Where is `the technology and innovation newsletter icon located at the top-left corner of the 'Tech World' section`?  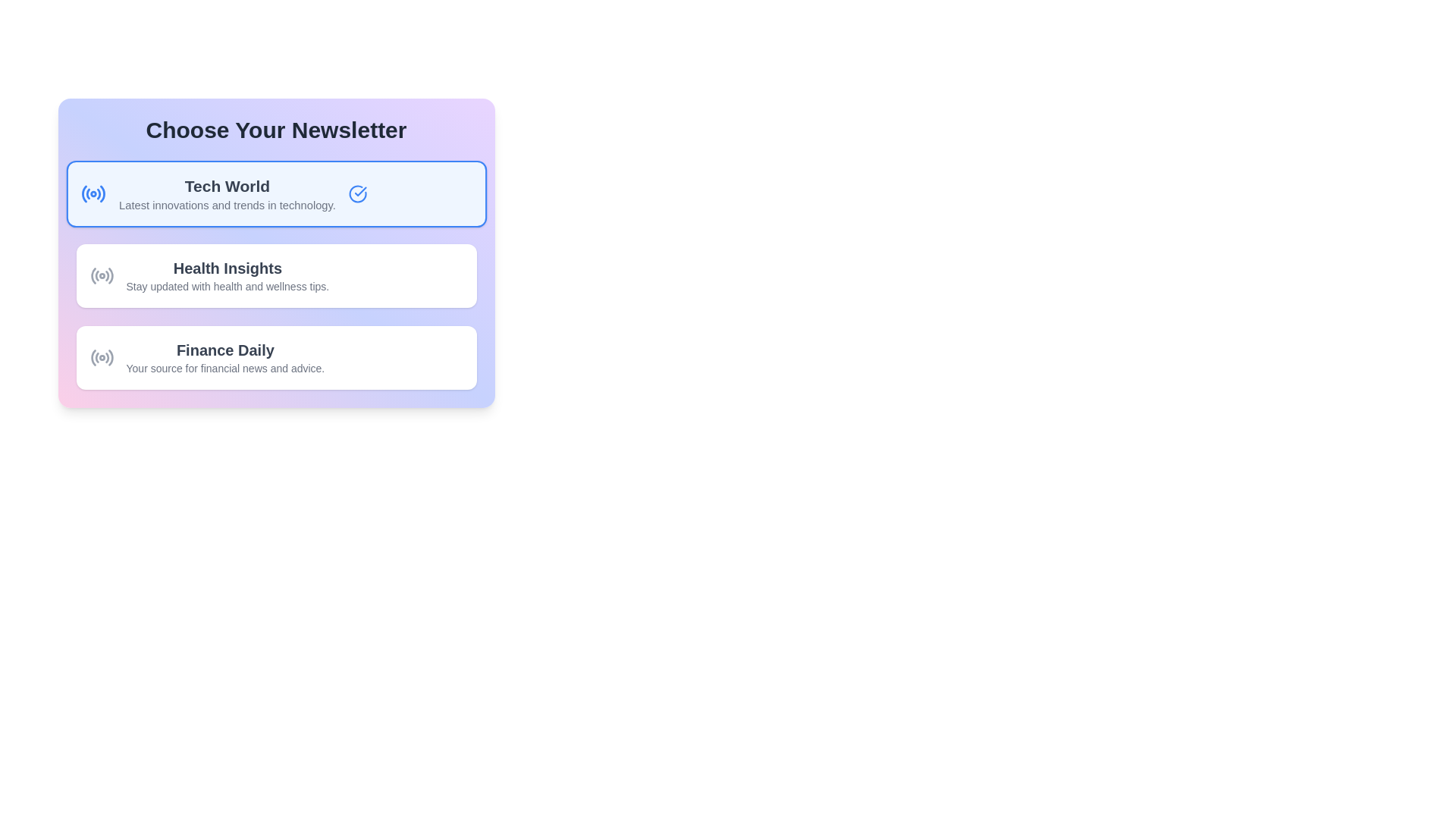
the technology and innovation newsletter icon located at the top-left corner of the 'Tech World' section is located at coordinates (93, 193).